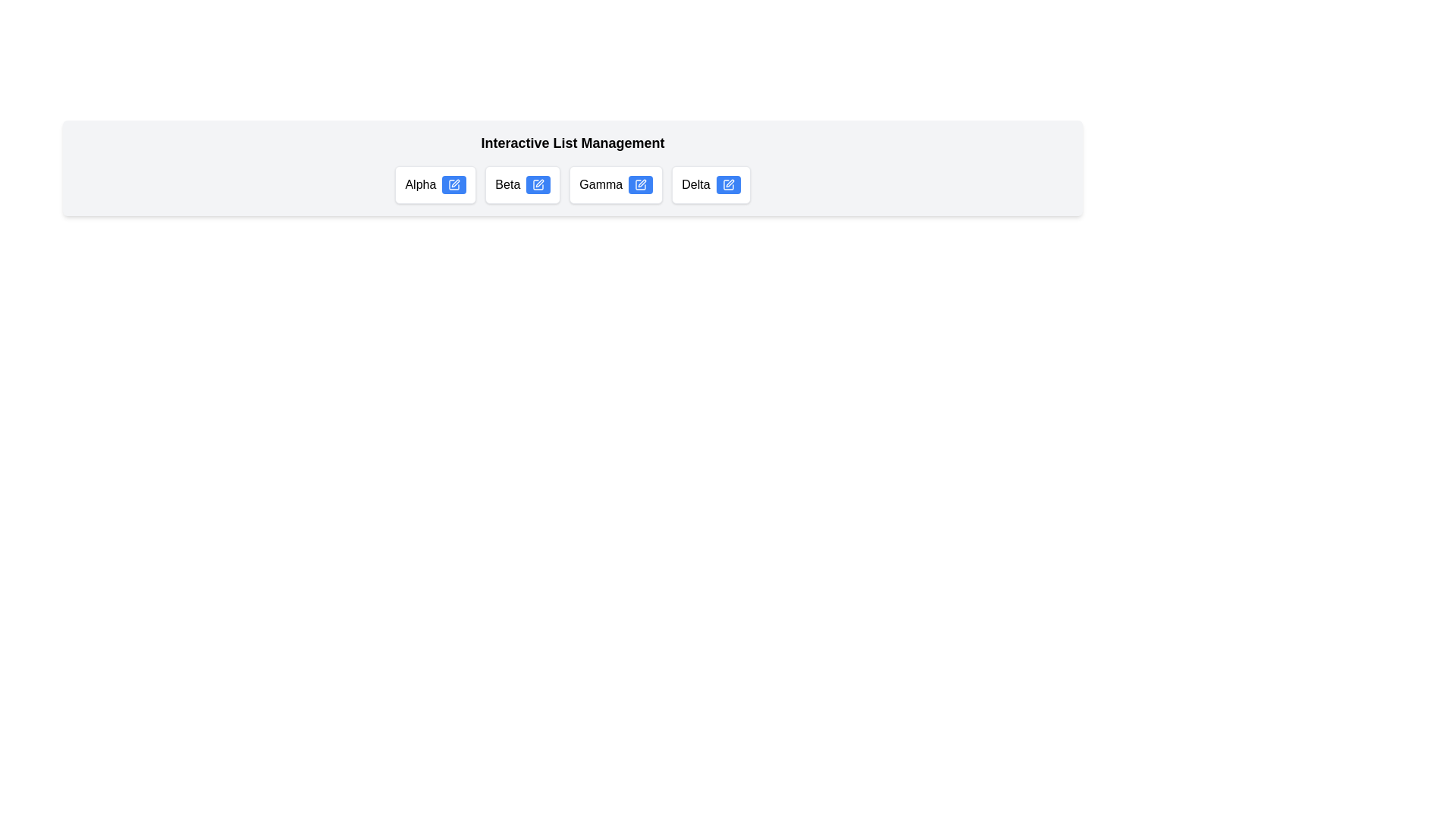  Describe the element at coordinates (728, 184) in the screenshot. I see `the edit icon located within the last button labeled 'Delta' in the horizontal list of buttons` at that location.